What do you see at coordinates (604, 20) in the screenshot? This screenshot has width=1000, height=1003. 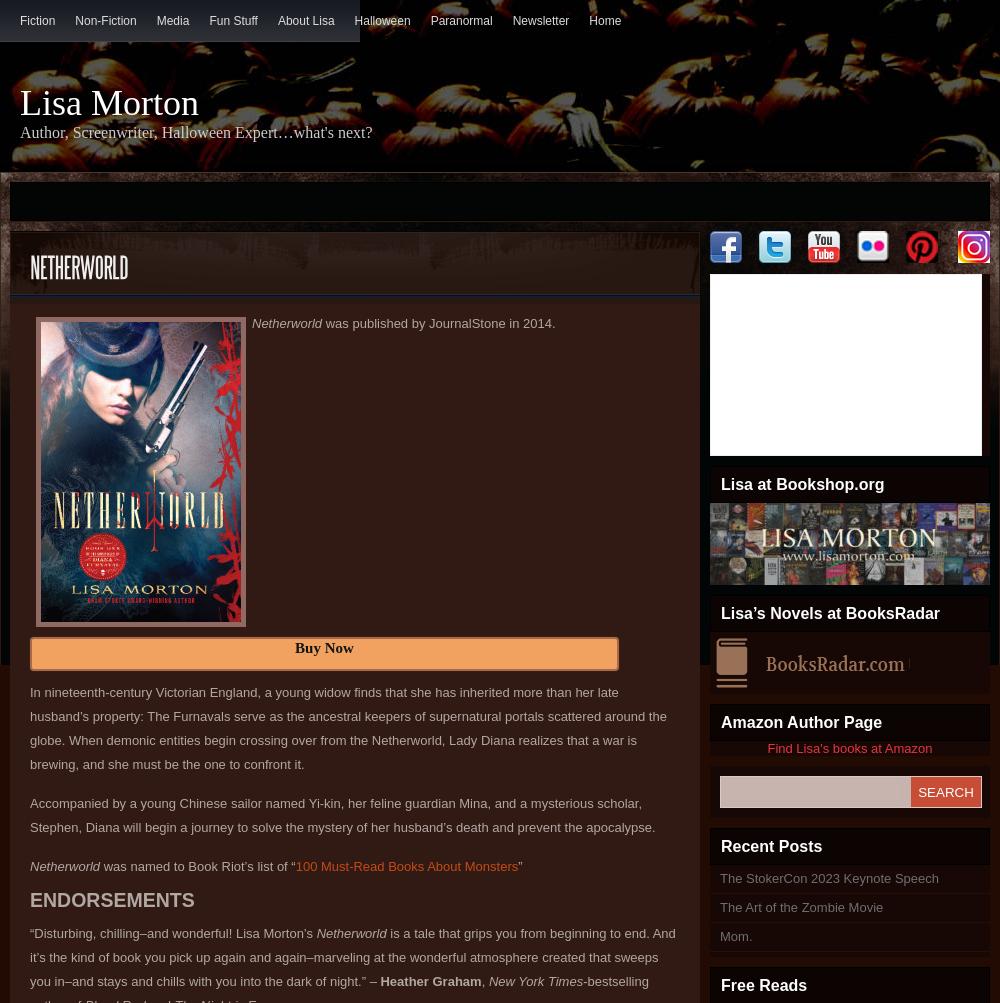 I see `'Home'` at bounding box center [604, 20].